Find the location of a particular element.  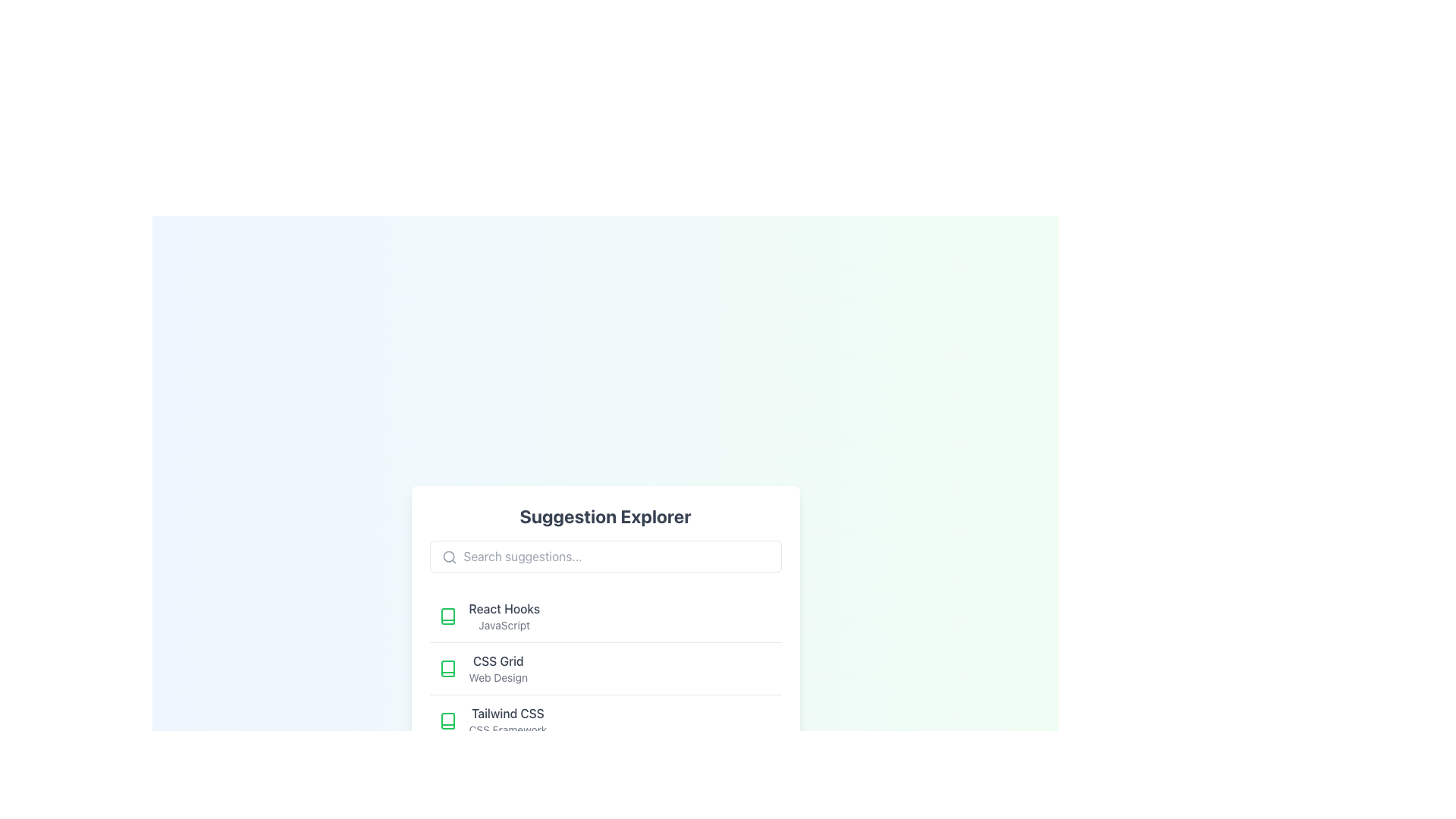

the book icon representing documentation, located to the left of the text 'React Hooks' in the 'Suggestion Explorer' section is located at coordinates (447, 617).